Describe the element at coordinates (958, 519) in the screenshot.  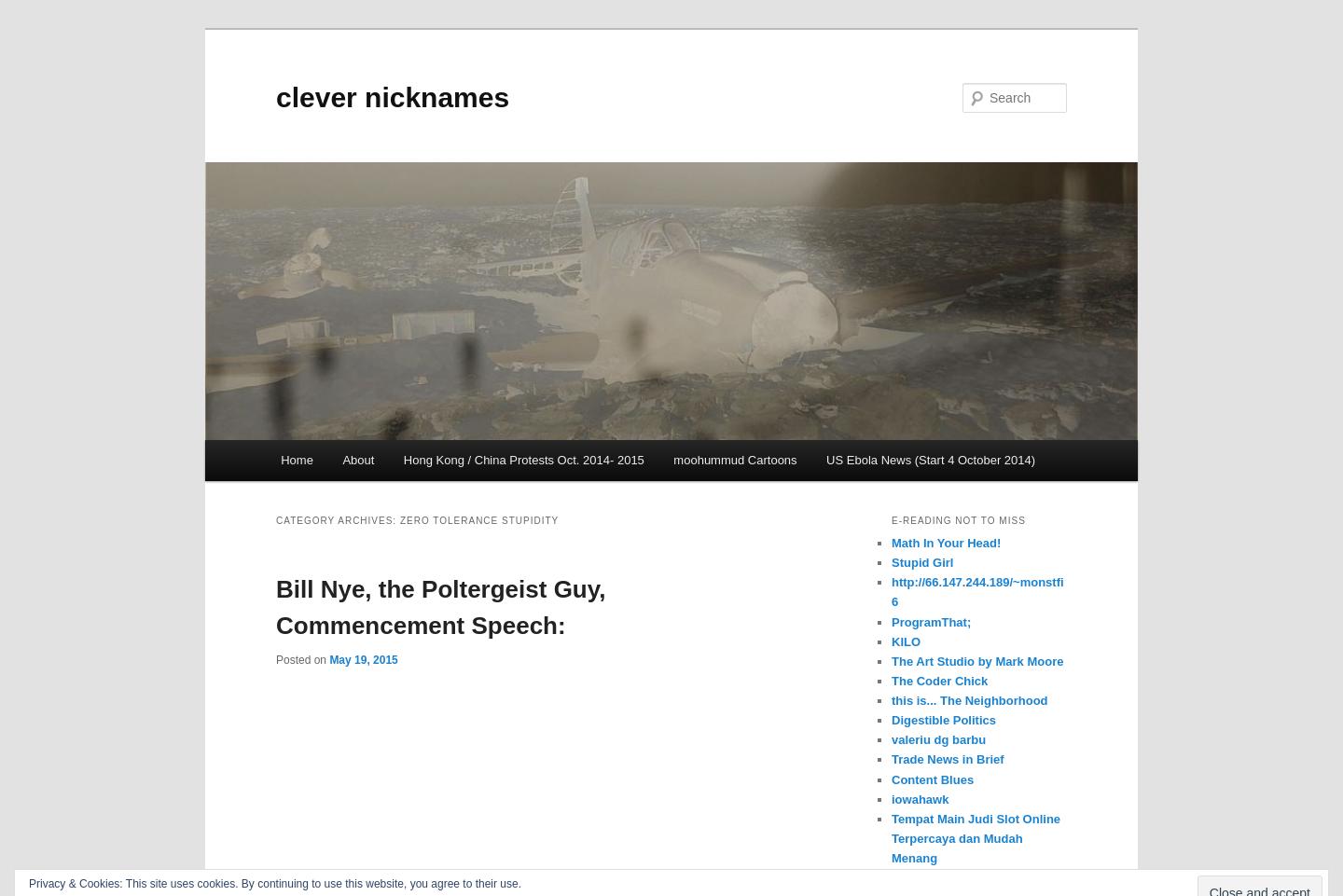
I see `'e-Reading not to miss'` at that location.